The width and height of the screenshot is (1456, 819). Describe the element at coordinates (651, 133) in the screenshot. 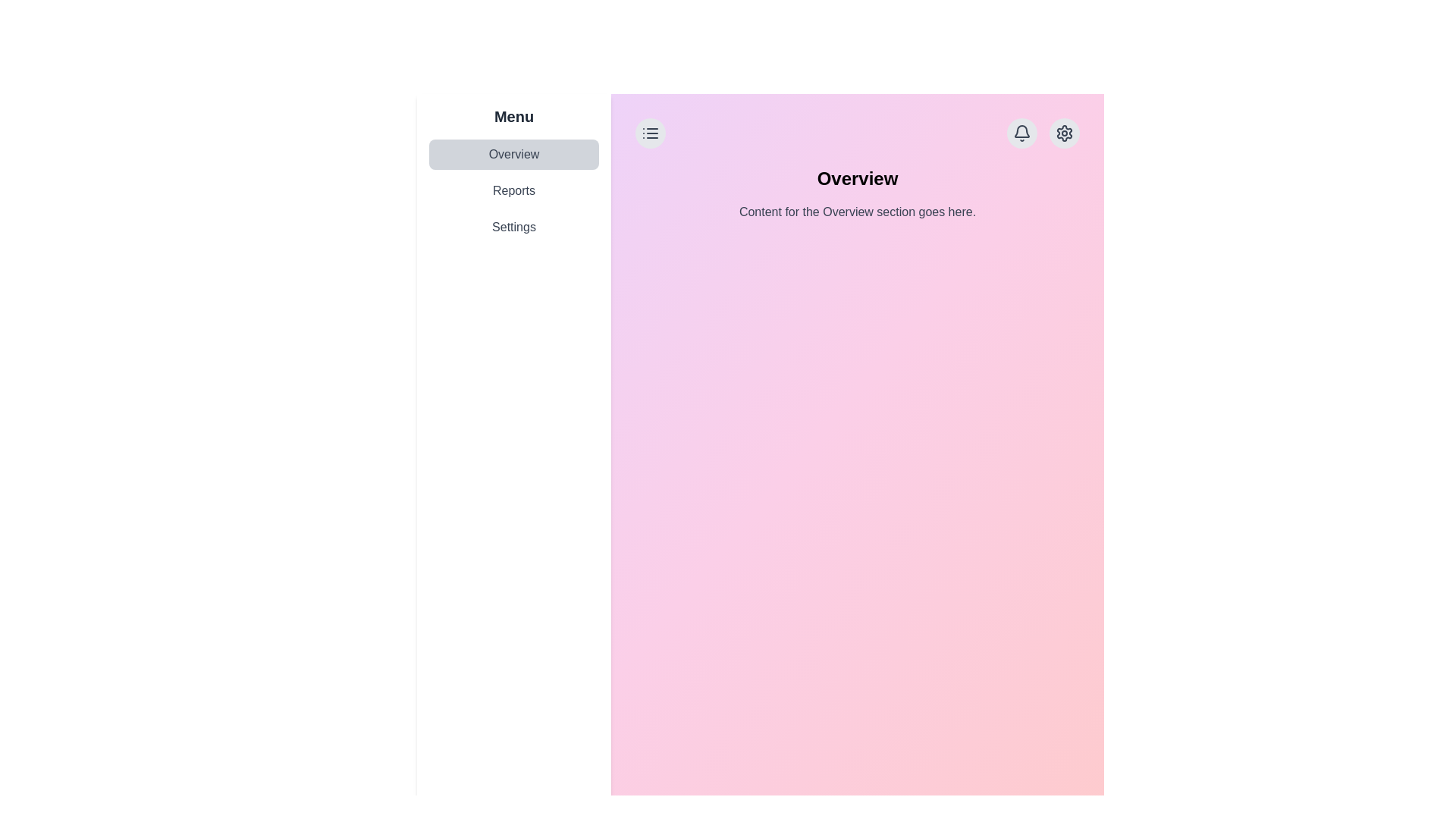

I see `the menu trigger button located at the top-left corner of the main content area` at that location.